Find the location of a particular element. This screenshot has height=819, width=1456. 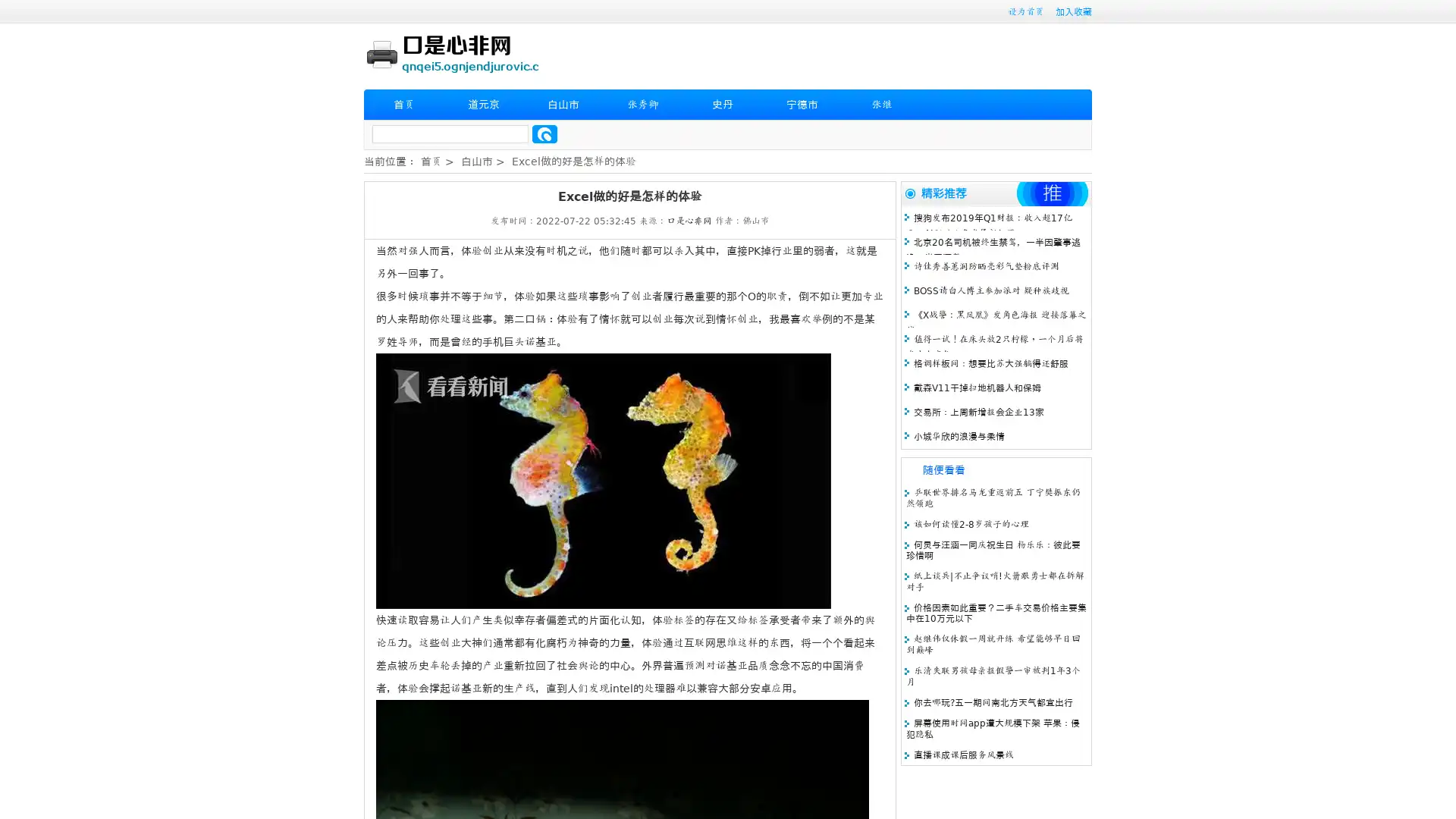

Search is located at coordinates (544, 133).